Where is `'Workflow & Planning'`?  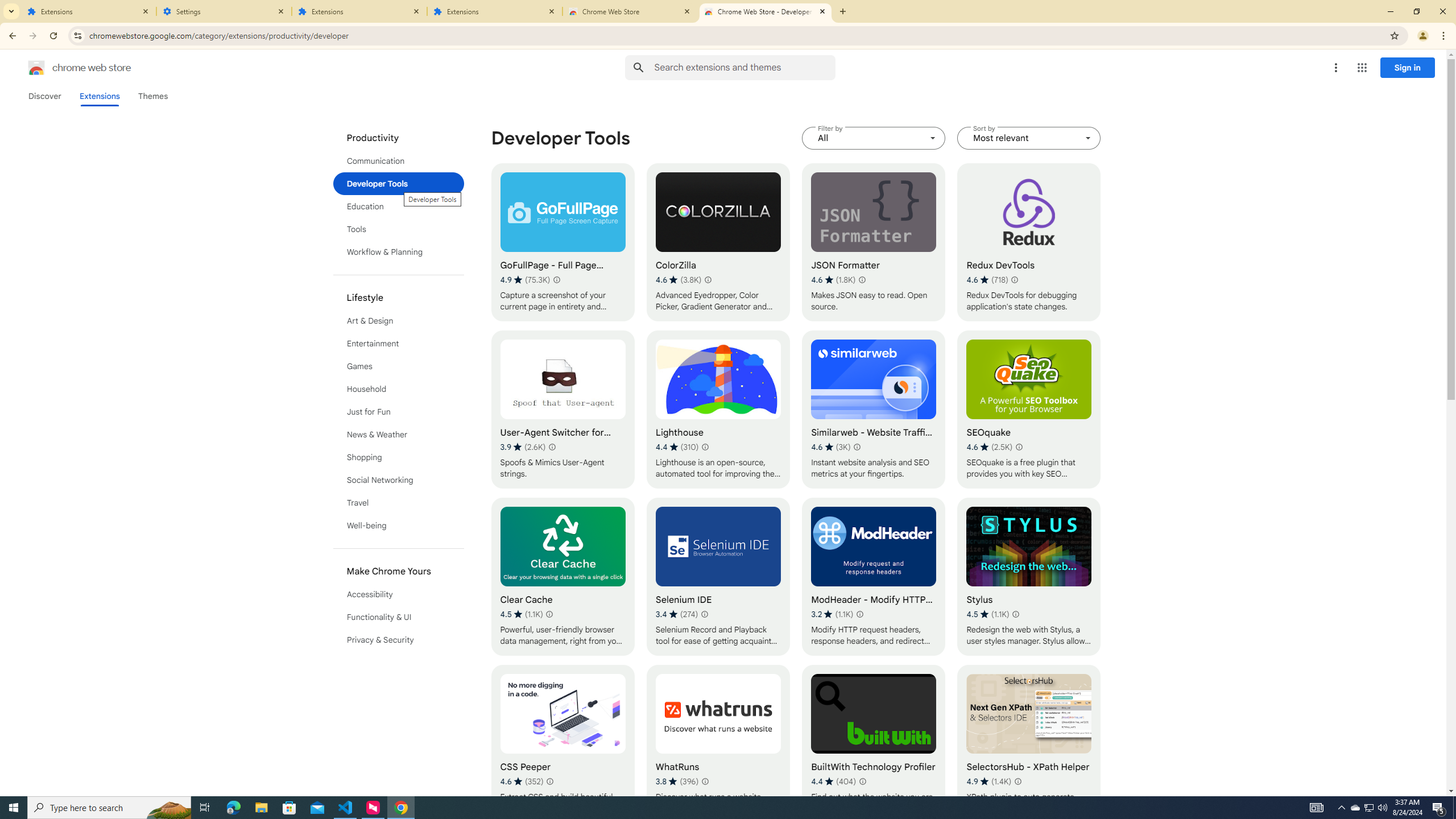
'Workflow & Planning' is located at coordinates (399, 252).